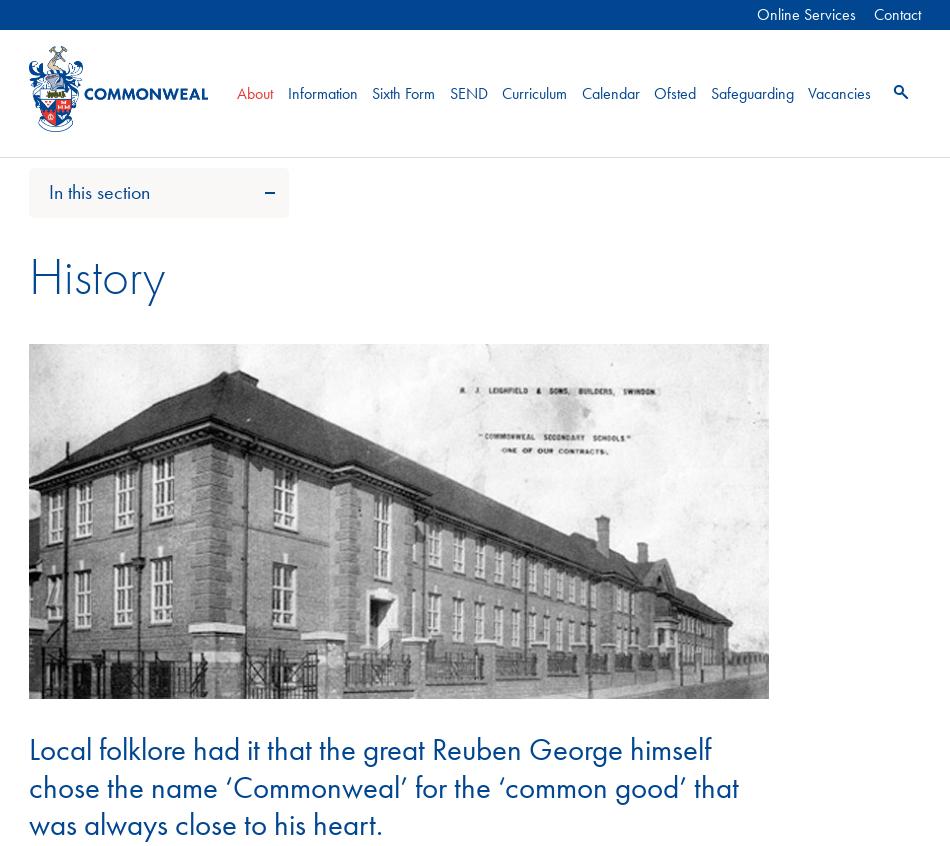  What do you see at coordinates (142, 536) in the screenshot?
I see `'Environmental Sustainability Statement'` at bounding box center [142, 536].